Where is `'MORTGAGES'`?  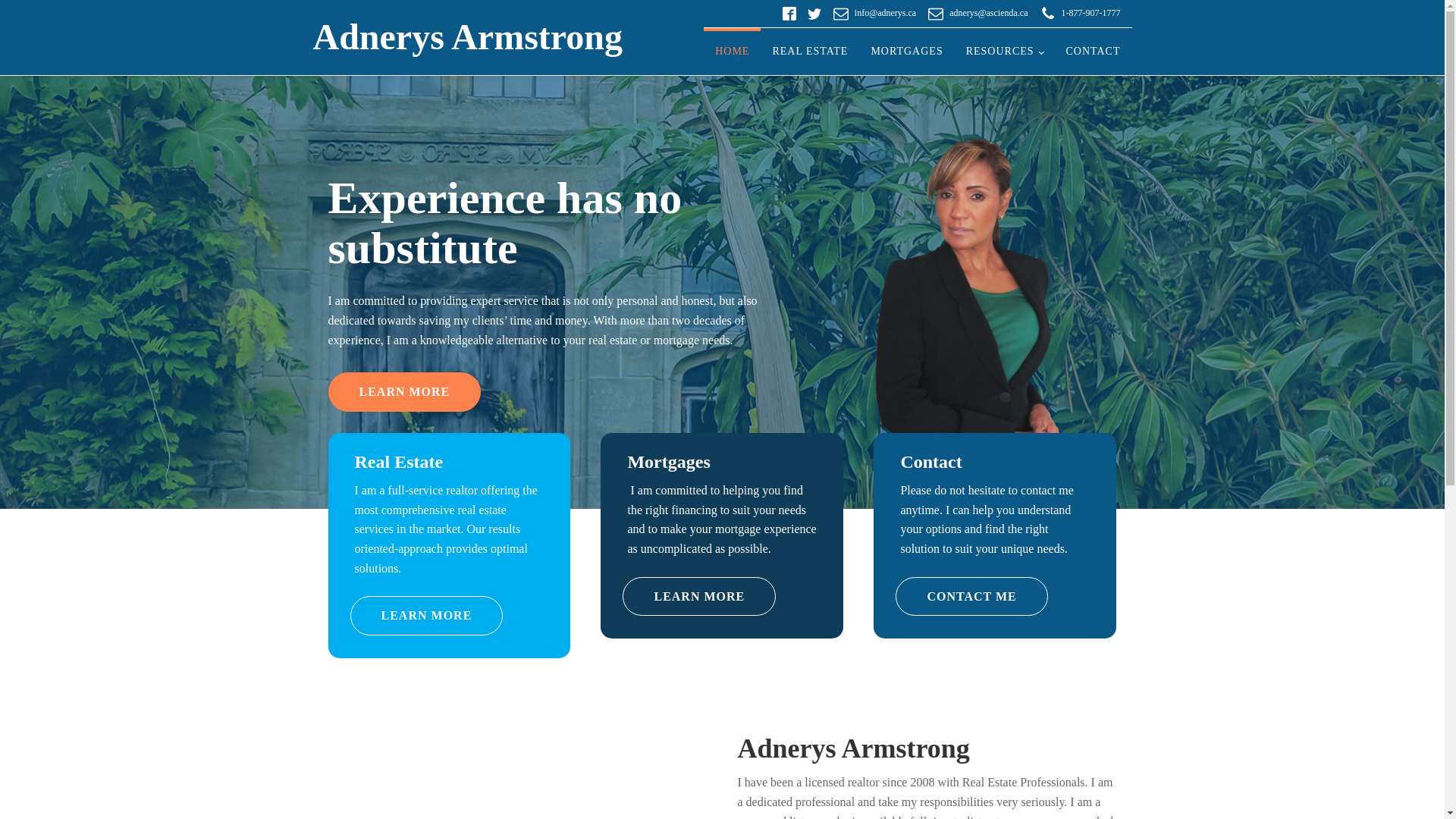
'MORTGAGES' is located at coordinates (906, 51).